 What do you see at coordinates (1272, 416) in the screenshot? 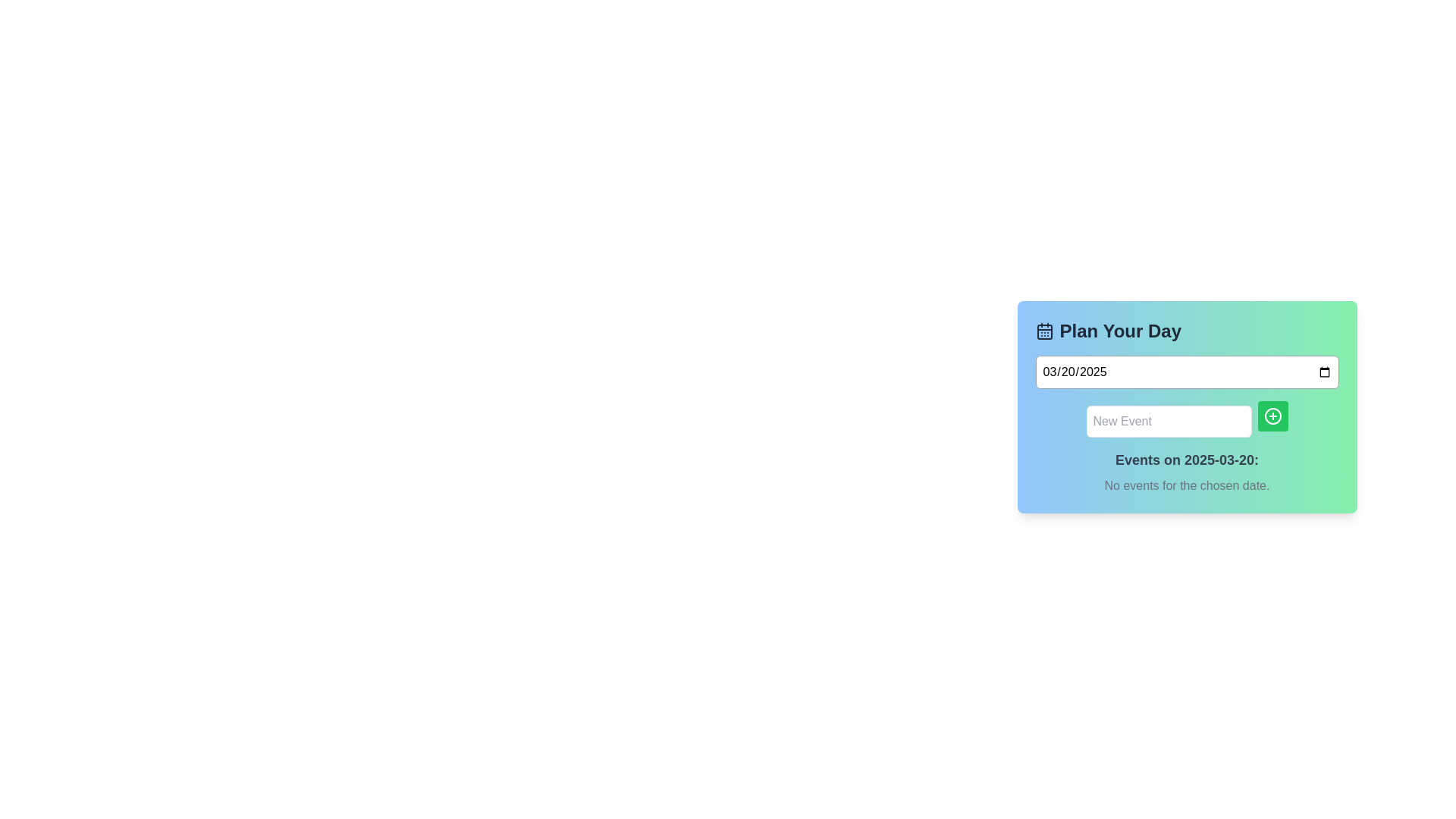
I see `the green circular button with a white plus symbol located to the right of the text input field` at bounding box center [1272, 416].